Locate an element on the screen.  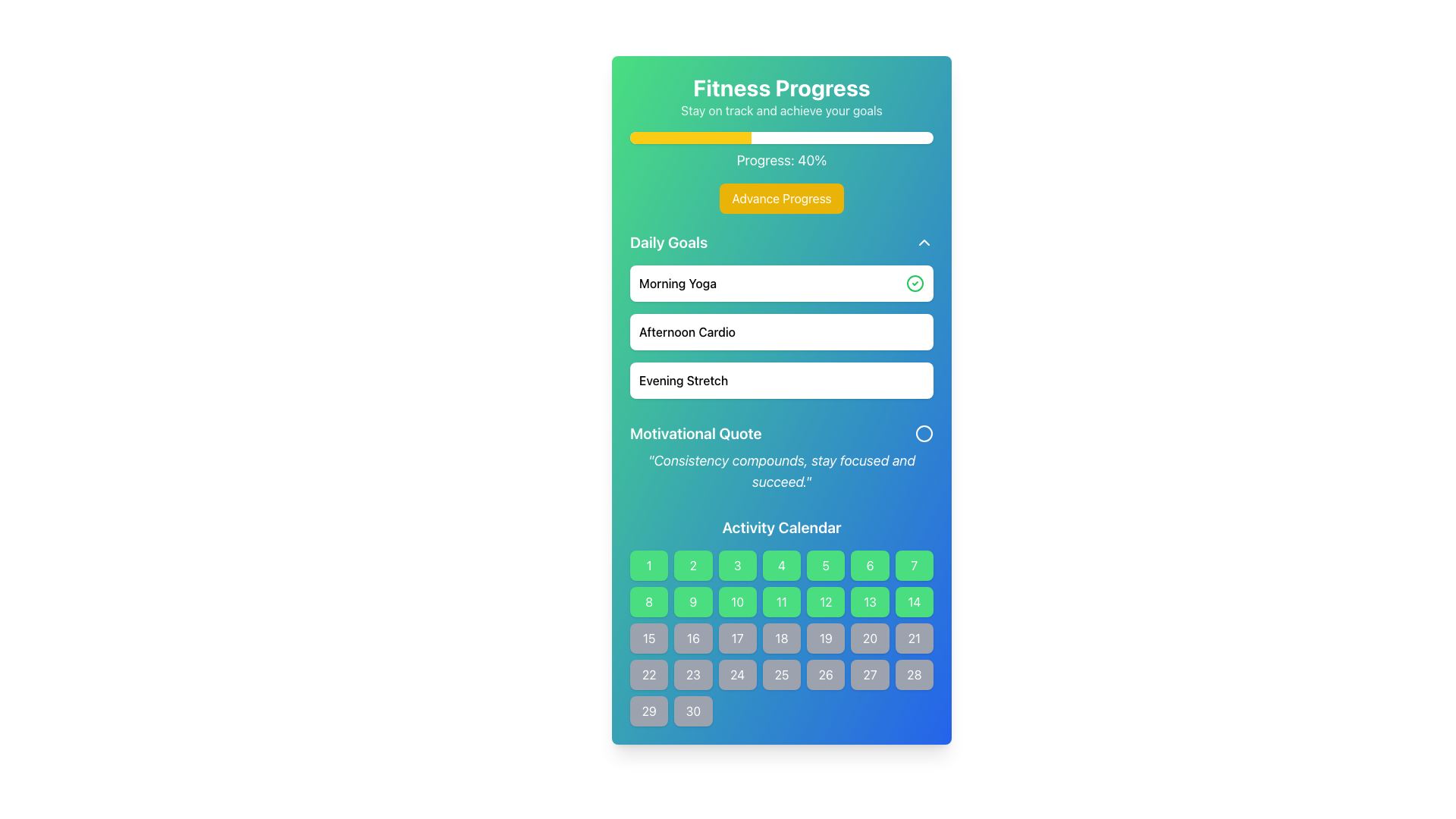
the button representing a selectable day in the 'Activity Calendar' section is located at coordinates (692, 711).